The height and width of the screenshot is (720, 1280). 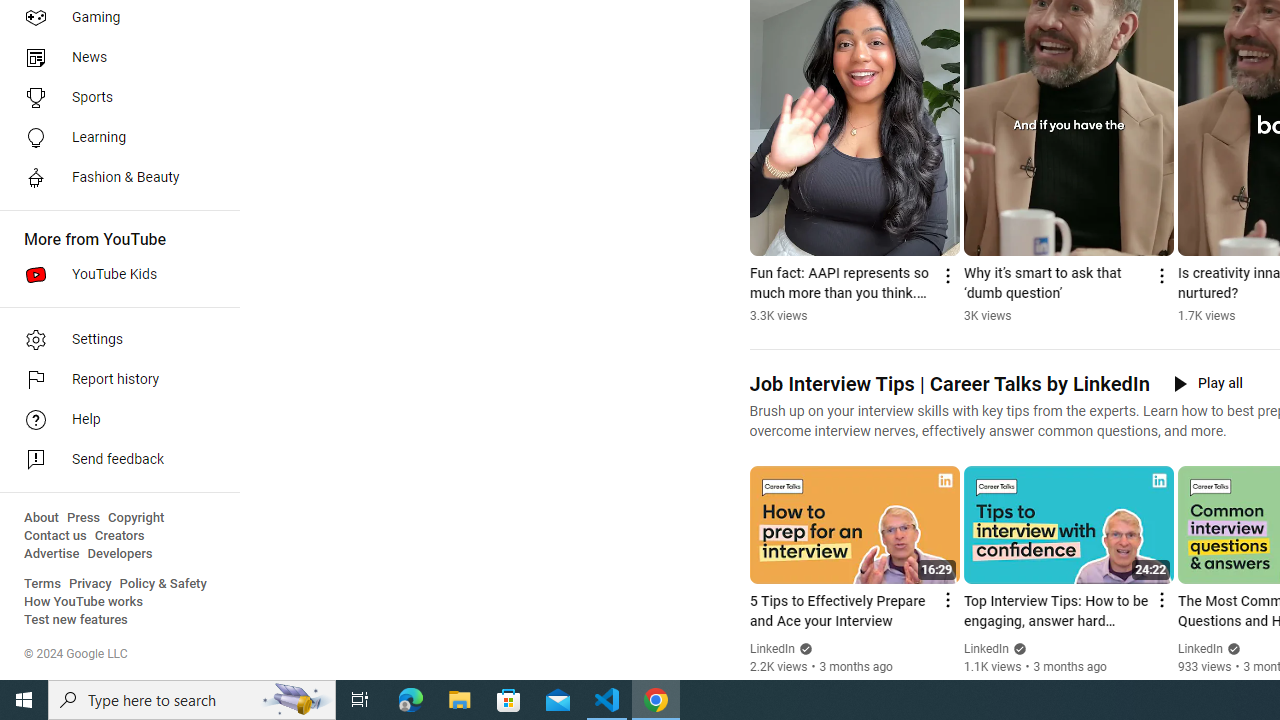 What do you see at coordinates (1231, 648) in the screenshot?
I see `'Verified'` at bounding box center [1231, 648].